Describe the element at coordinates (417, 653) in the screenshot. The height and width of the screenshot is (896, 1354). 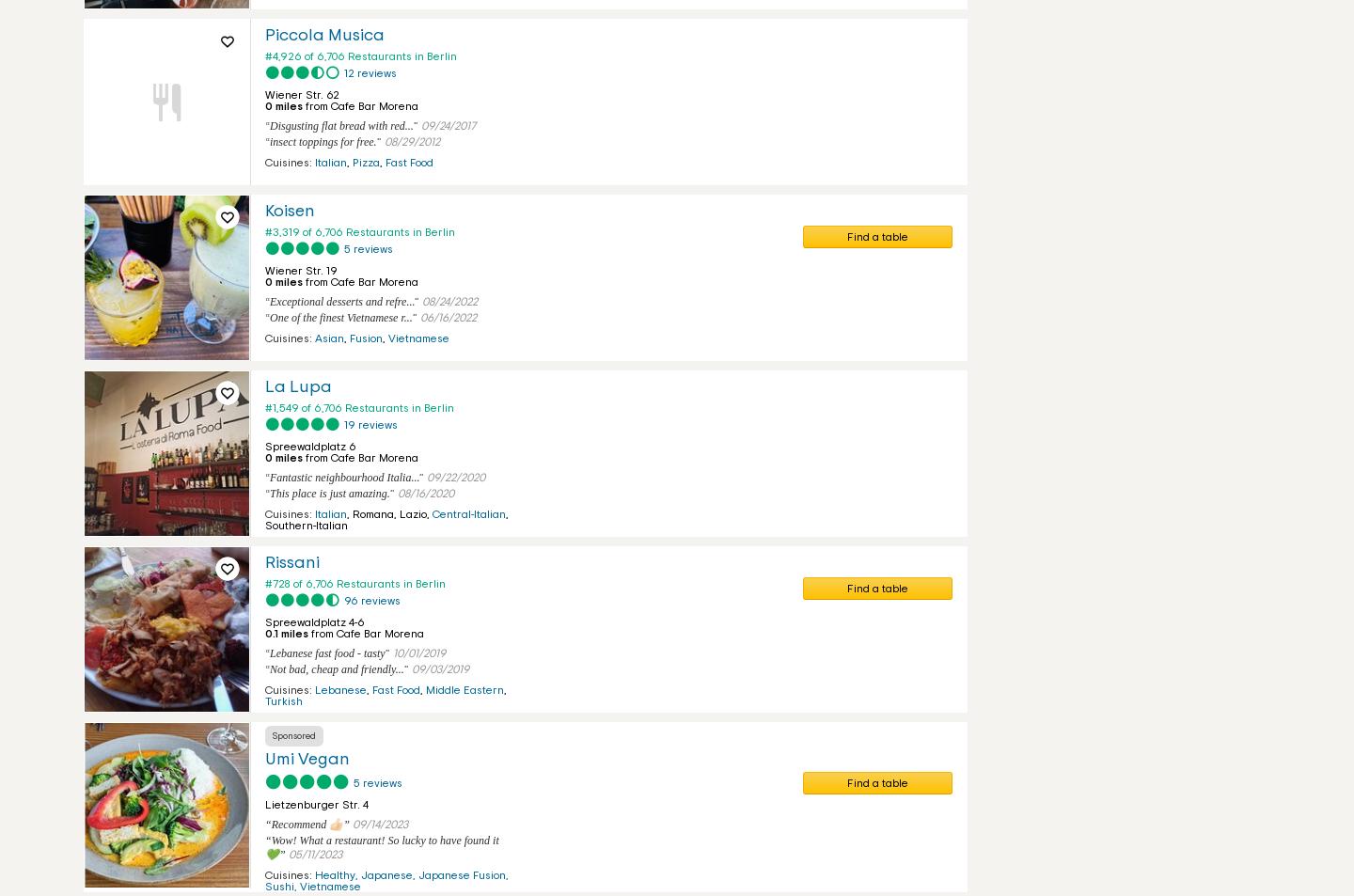
I see `'10/01/2019'` at that location.